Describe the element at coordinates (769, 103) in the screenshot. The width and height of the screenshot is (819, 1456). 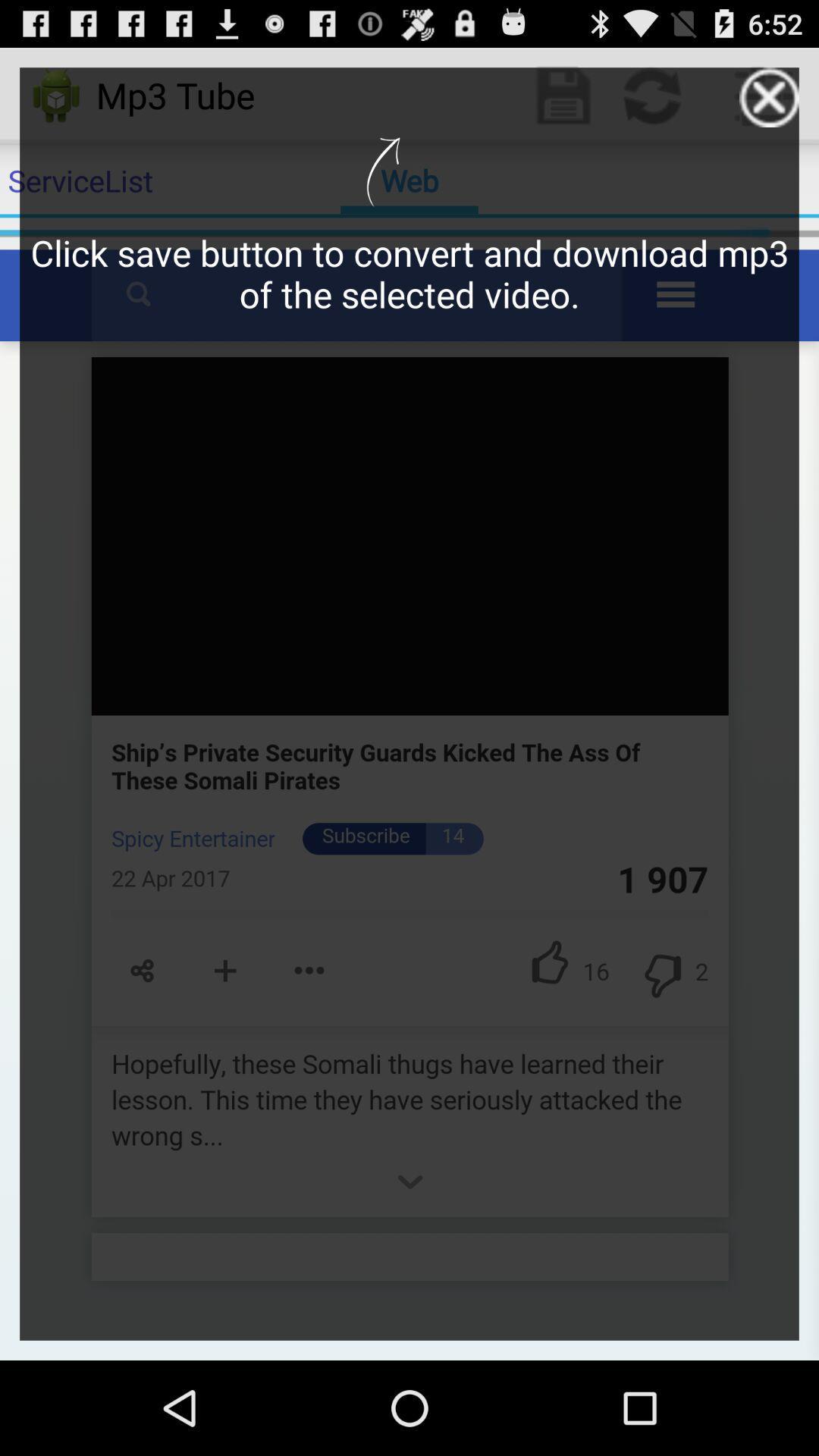
I see `the close icon` at that location.